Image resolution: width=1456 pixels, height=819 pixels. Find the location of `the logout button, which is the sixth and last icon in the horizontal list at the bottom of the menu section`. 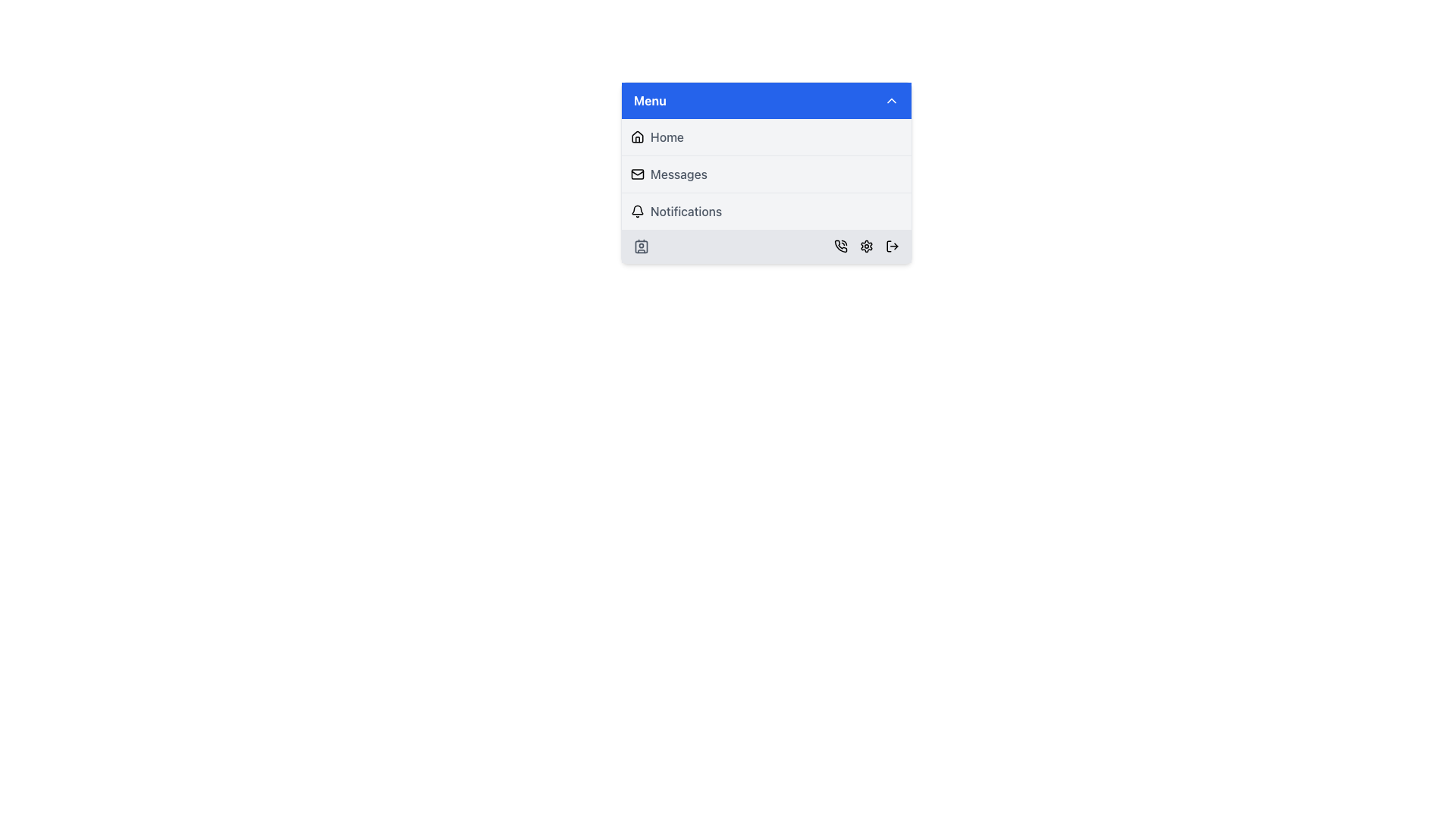

the logout button, which is the sixth and last icon in the horizontal list at the bottom of the menu section is located at coordinates (892, 245).